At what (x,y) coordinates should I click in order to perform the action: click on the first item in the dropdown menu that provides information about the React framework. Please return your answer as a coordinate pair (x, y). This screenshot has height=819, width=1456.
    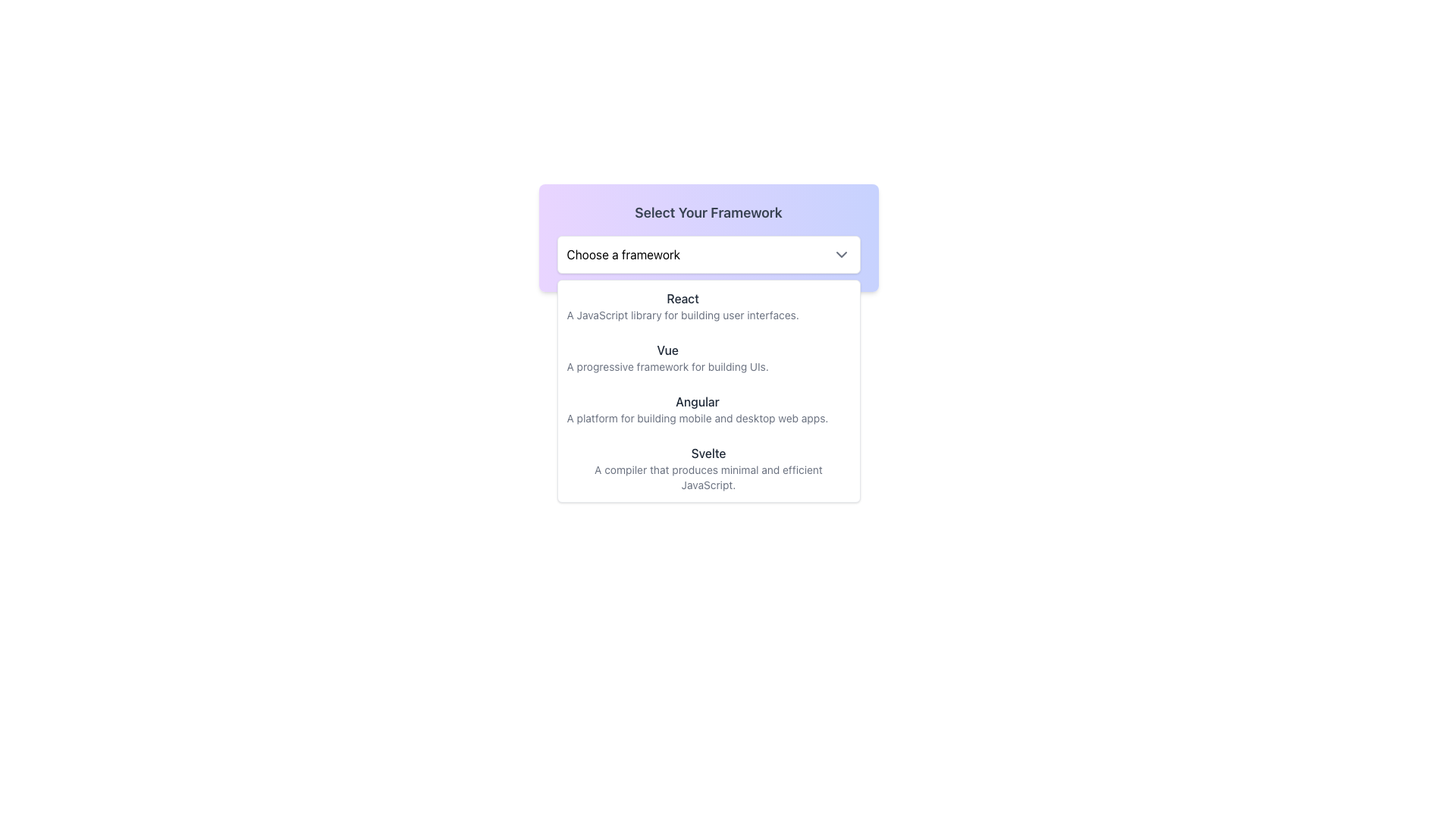
    Looking at the image, I should click on (682, 306).